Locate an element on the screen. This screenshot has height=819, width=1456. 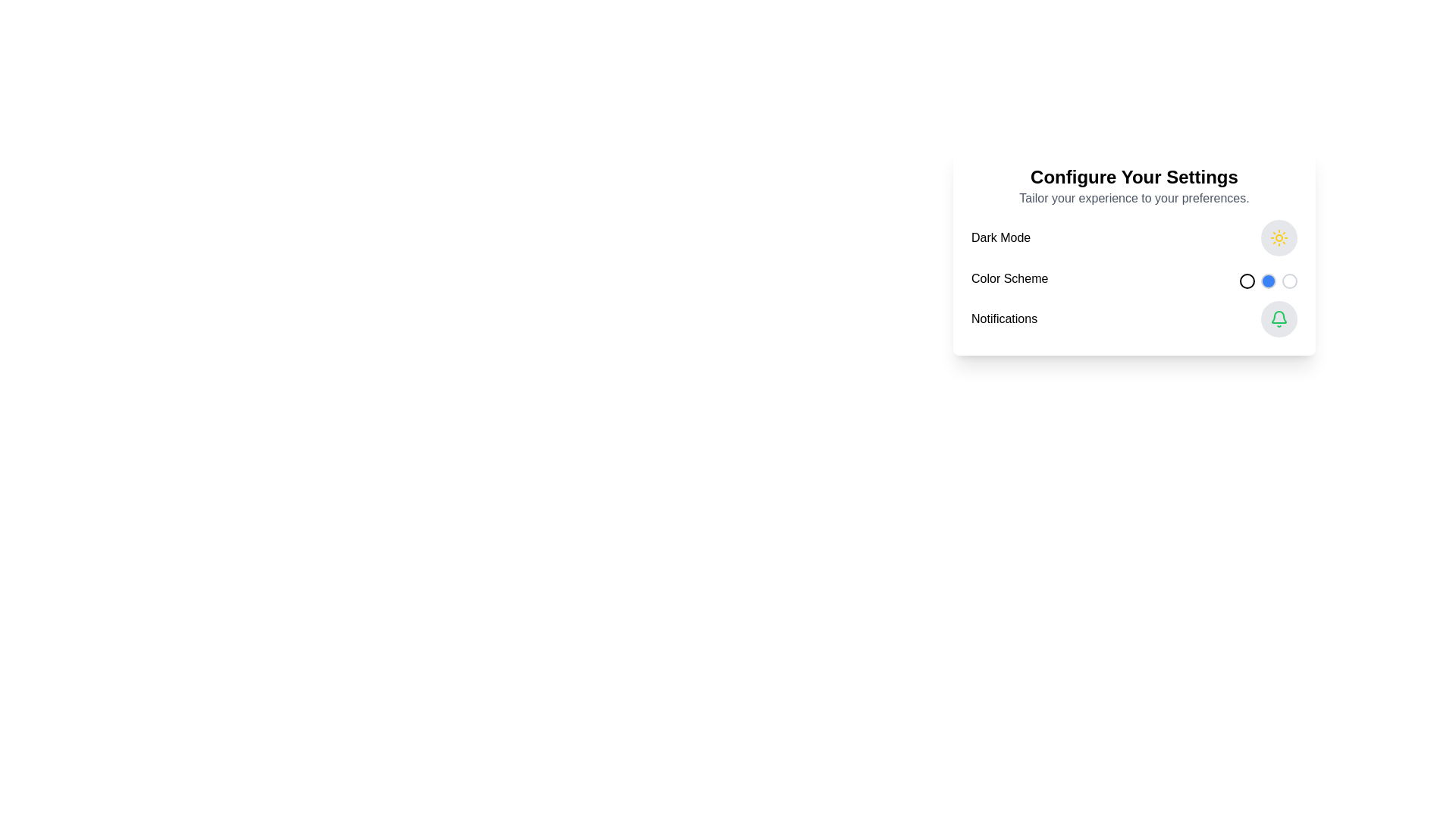
the 'Dark Mode' label element, which is styled in a medium font and located in the settings configuration segment, beneath the heading 'Configure Your Settings' is located at coordinates (1001, 237).